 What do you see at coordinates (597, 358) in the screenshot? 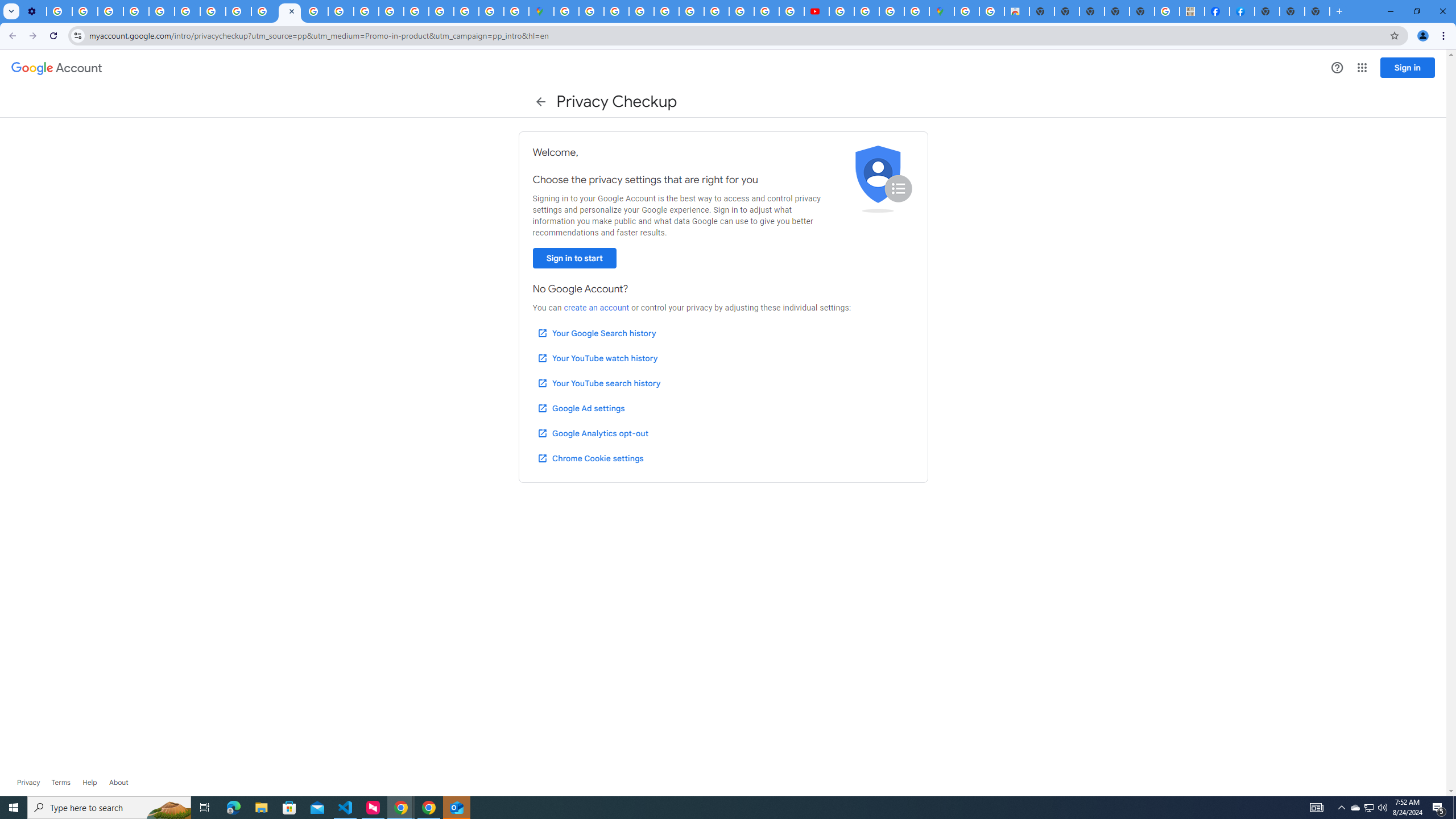
I see `'Your YouTube watch history'` at bounding box center [597, 358].